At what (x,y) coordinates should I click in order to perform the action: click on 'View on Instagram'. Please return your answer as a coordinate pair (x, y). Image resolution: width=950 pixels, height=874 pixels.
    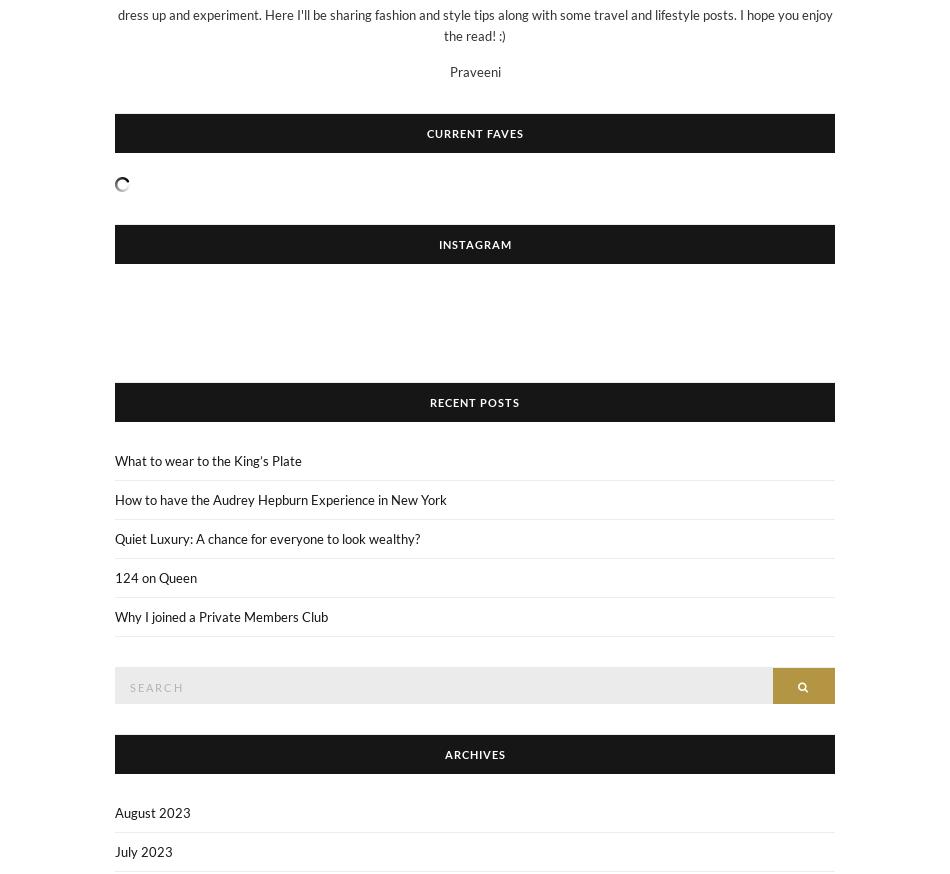
    Looking at the image, I should click on (484, 316).